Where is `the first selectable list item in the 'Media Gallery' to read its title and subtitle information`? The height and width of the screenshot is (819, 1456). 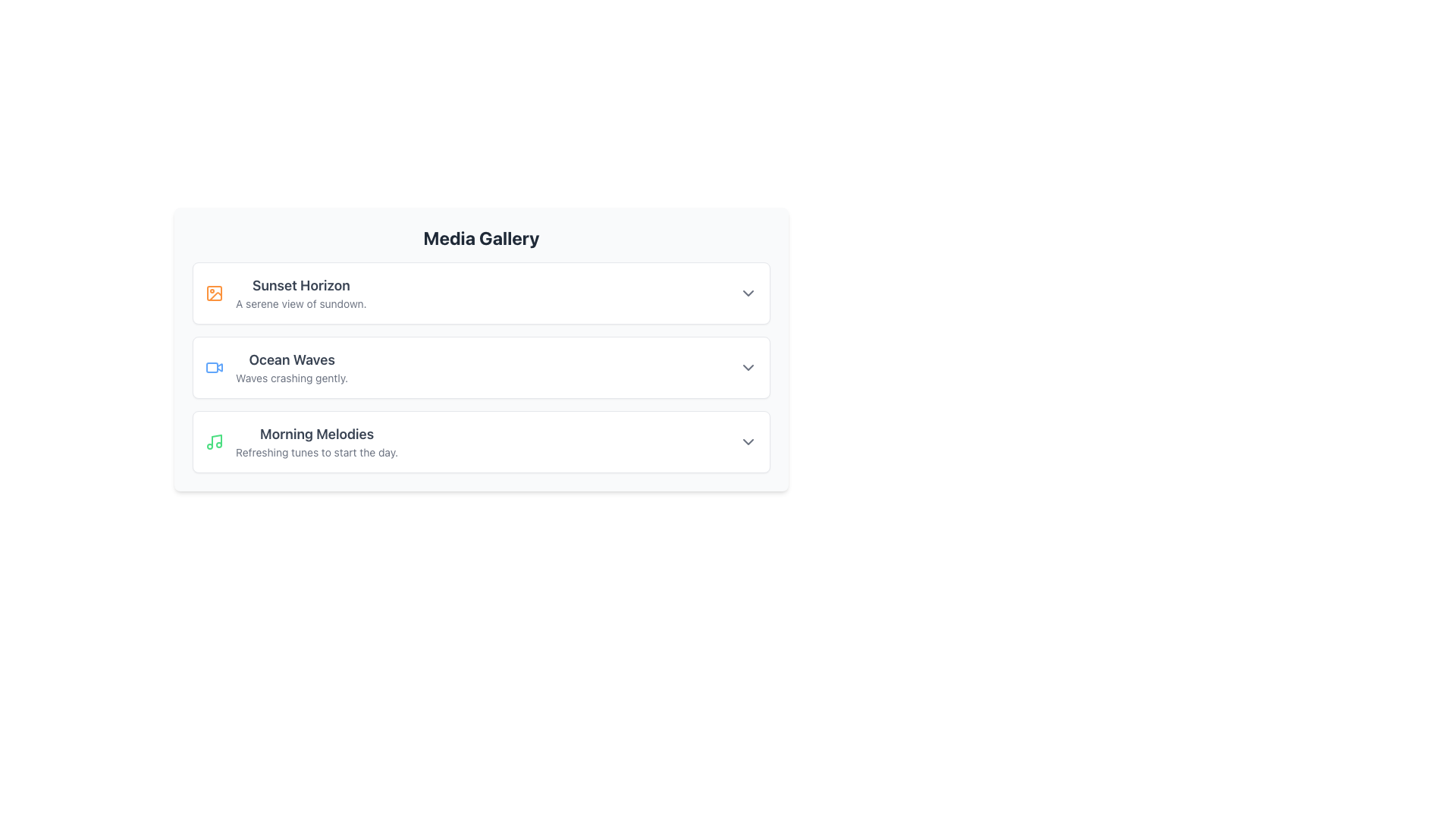
the first selectable list item in the 'Media Gallery' to read its title and subtitle information is located at coordinates (480, 293).